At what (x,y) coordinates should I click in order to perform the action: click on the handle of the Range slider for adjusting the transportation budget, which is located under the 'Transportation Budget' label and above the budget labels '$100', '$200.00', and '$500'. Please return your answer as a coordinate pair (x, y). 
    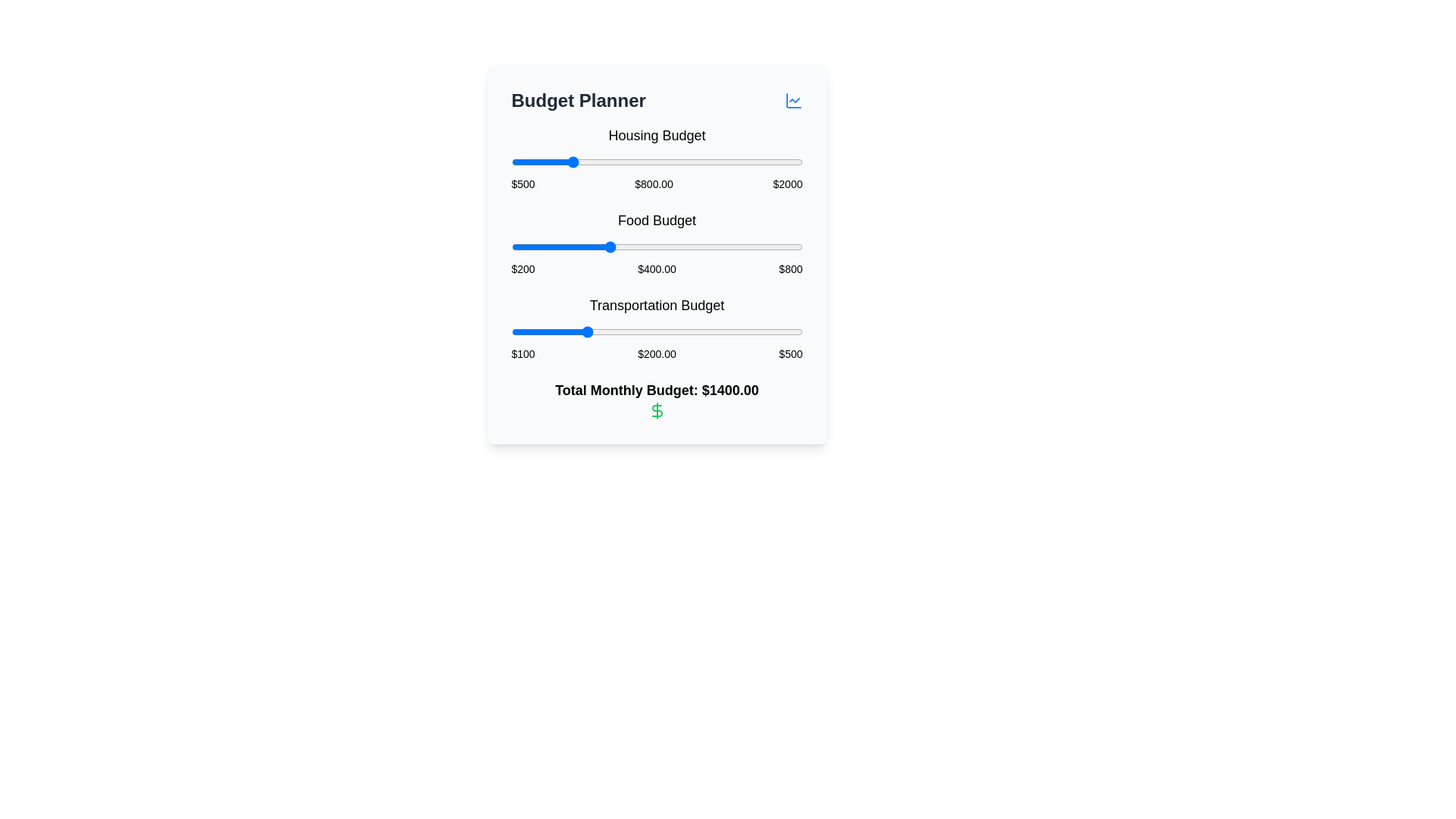
    Looking at the image, I should click on (657, 331).